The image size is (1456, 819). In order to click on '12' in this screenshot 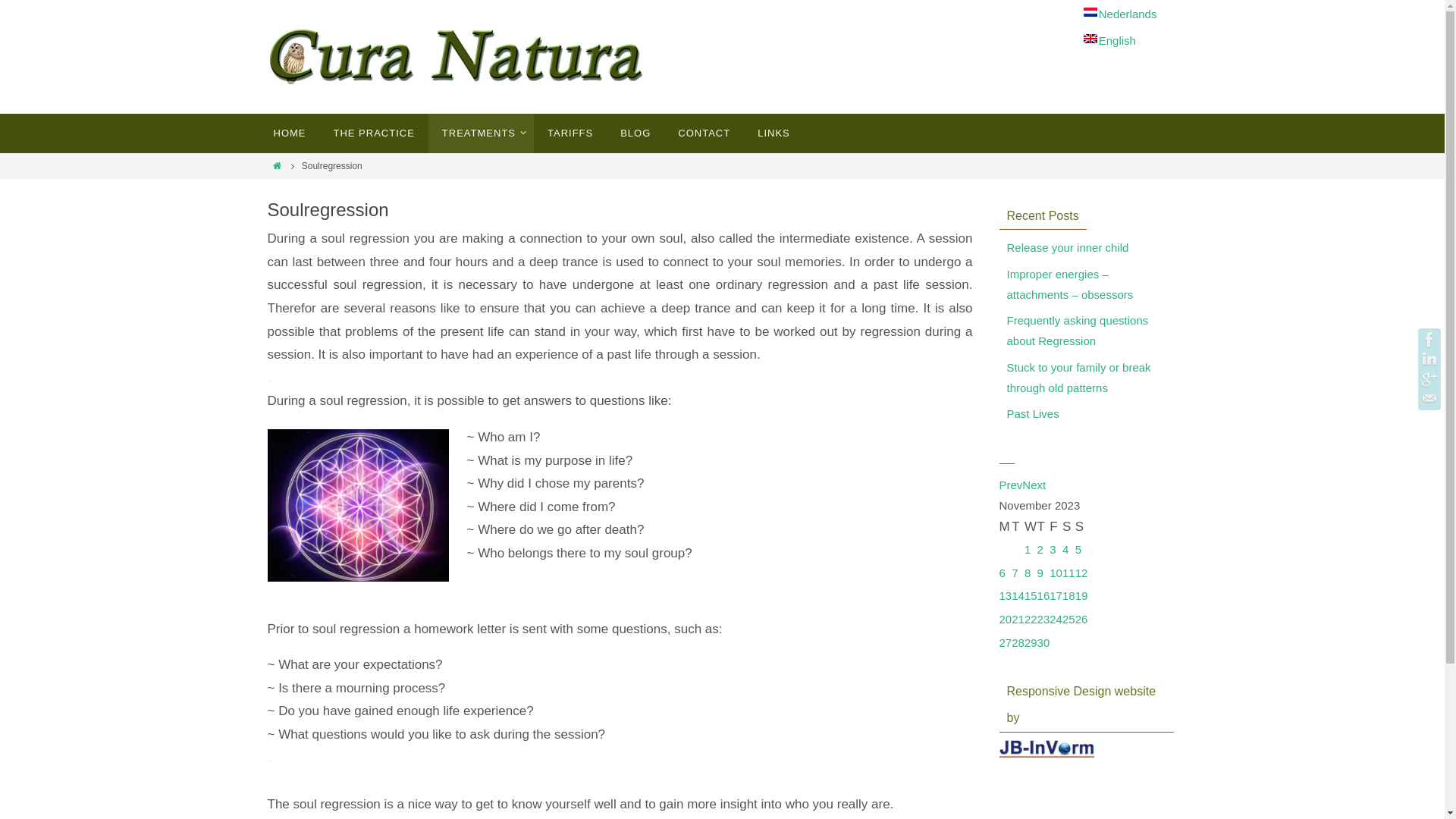, I will do `click(1074, 573)`.